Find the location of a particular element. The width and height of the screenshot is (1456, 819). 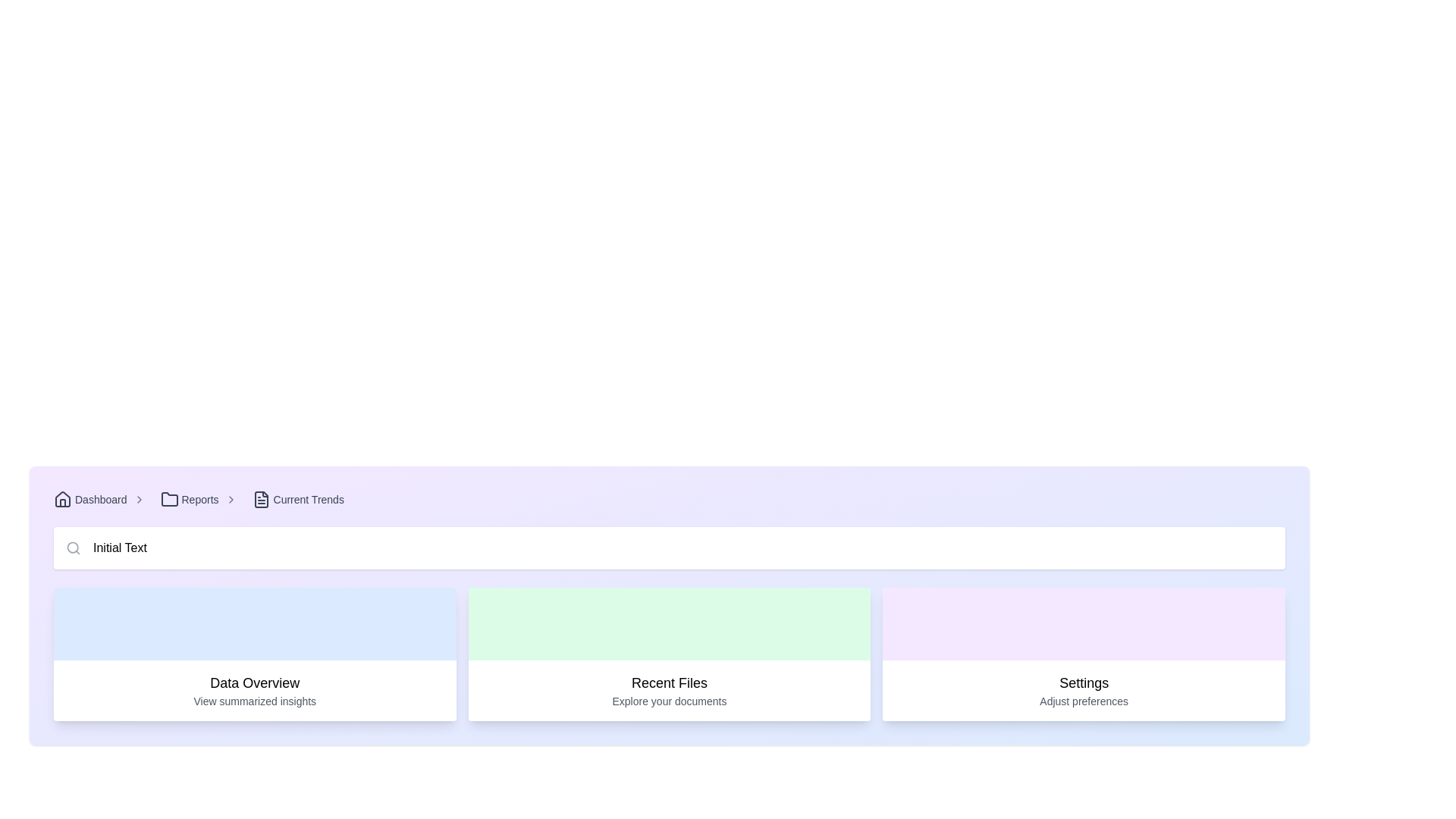

the section title text that indicates the content pertains to recent files, positioned above the text 'Explore your documents' is located at coordinates (669, 683).